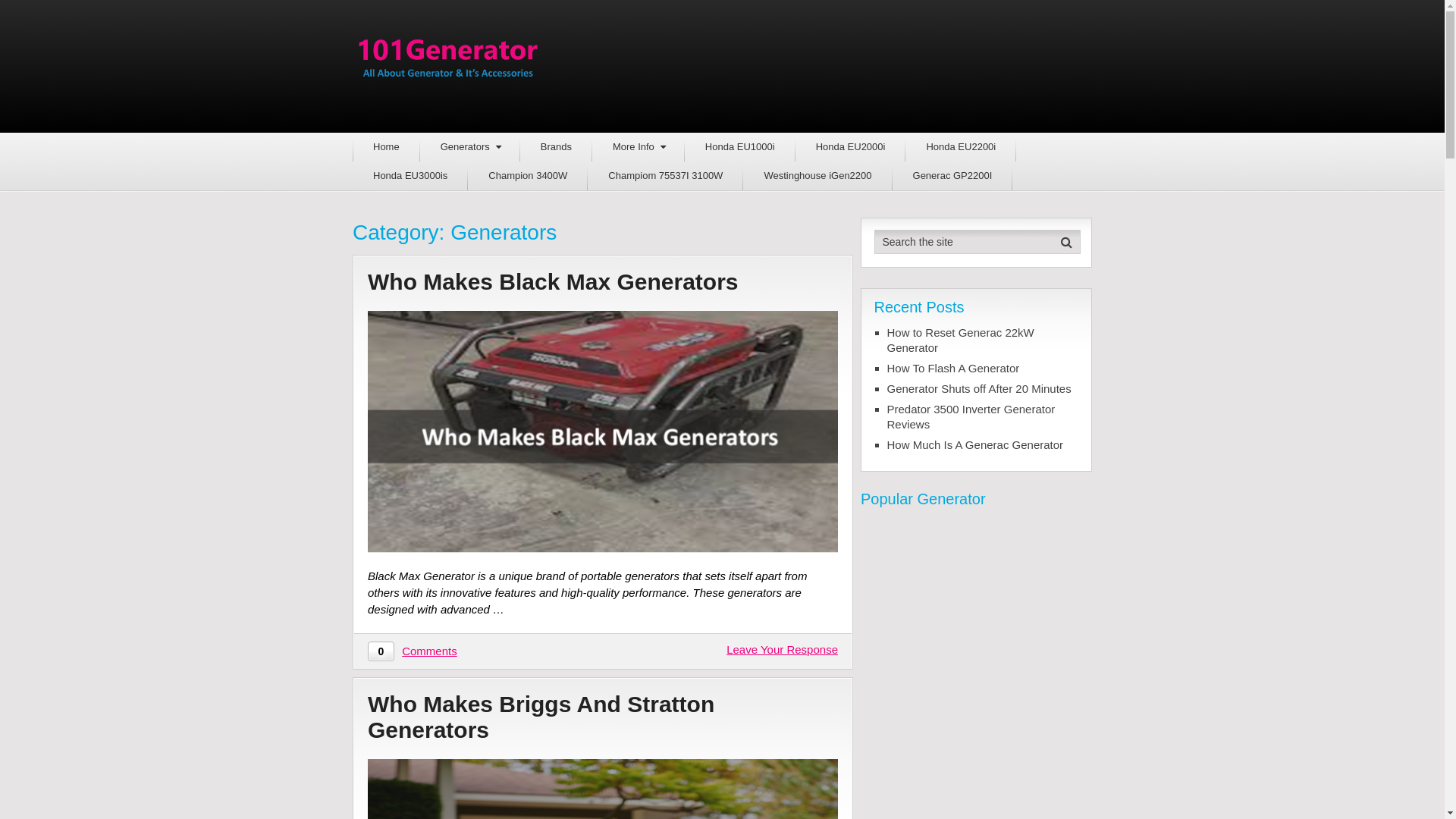 This screenshot has height=819, width=1456. I want to click on 'Home', so click(352, 146).